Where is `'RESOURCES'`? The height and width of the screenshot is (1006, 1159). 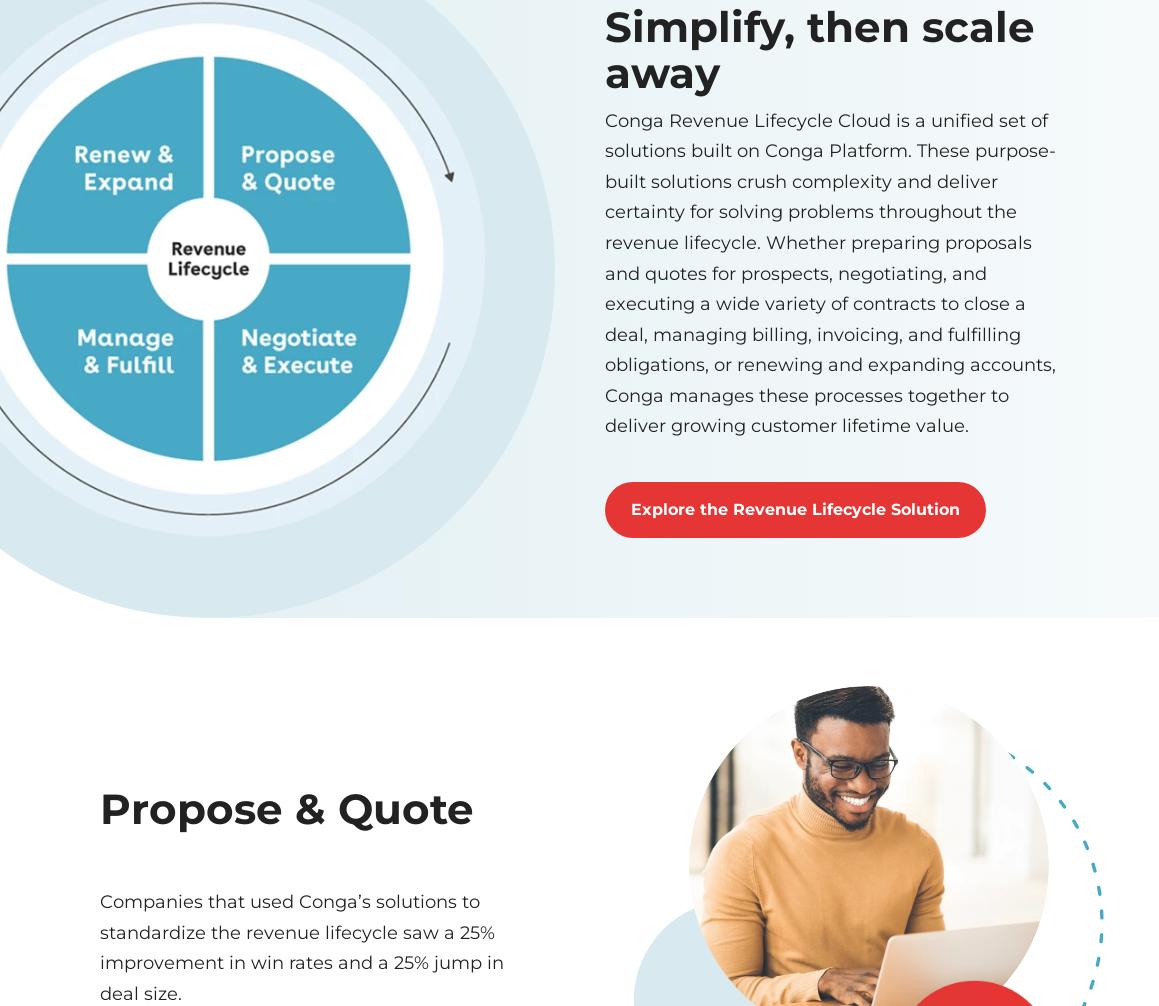
'RESOURCES' is located at coordinates (471, 449).